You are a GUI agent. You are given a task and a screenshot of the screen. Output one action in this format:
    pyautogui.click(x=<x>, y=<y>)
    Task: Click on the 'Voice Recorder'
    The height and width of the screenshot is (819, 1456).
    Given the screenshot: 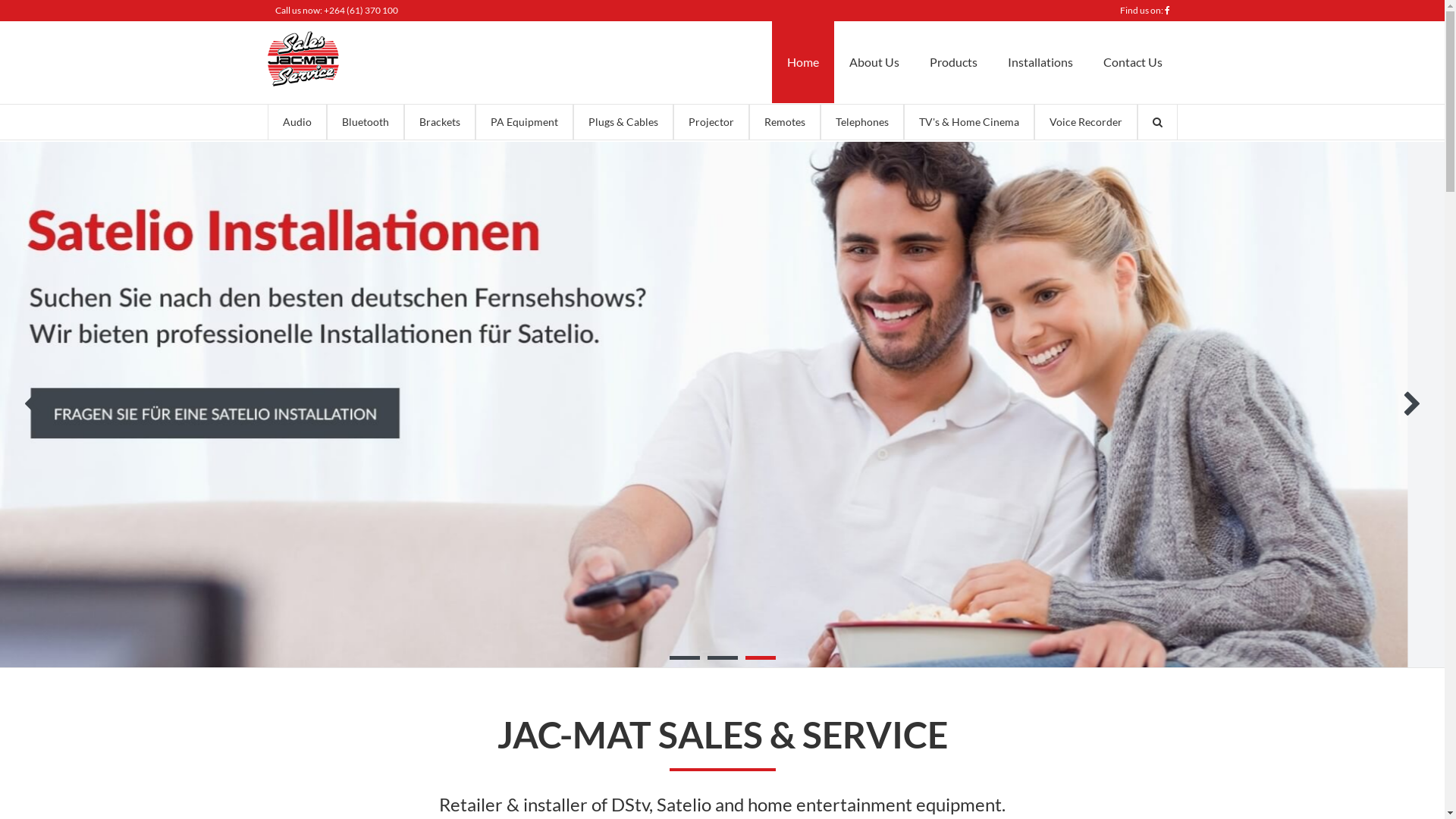 What is the action you would take?
    pyautogui.click(x=1084, y=121)
    